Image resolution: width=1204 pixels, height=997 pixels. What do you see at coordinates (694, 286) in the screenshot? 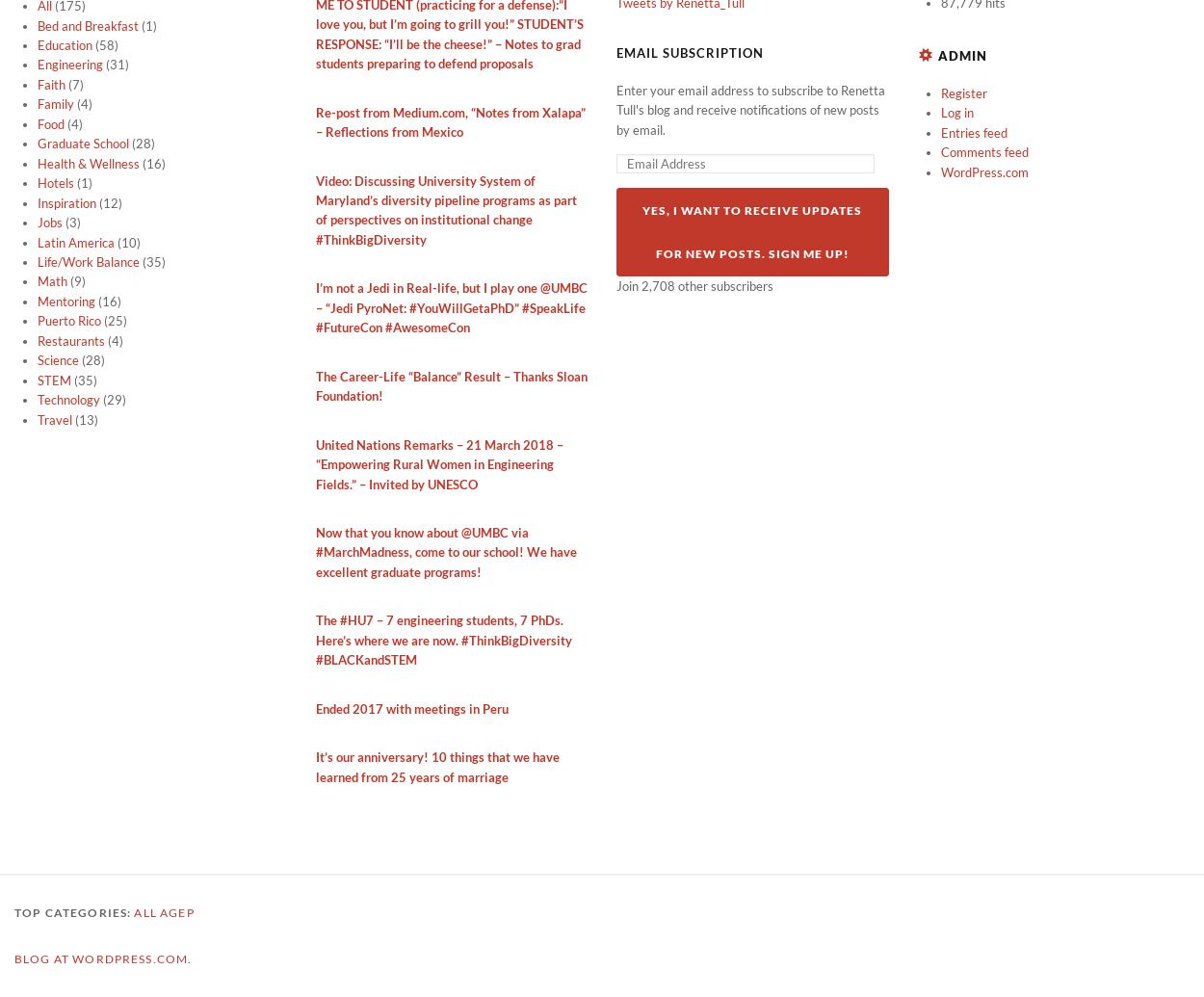
I see `'Join 2,708 other subscribers'` at bounding box center [694, 286].